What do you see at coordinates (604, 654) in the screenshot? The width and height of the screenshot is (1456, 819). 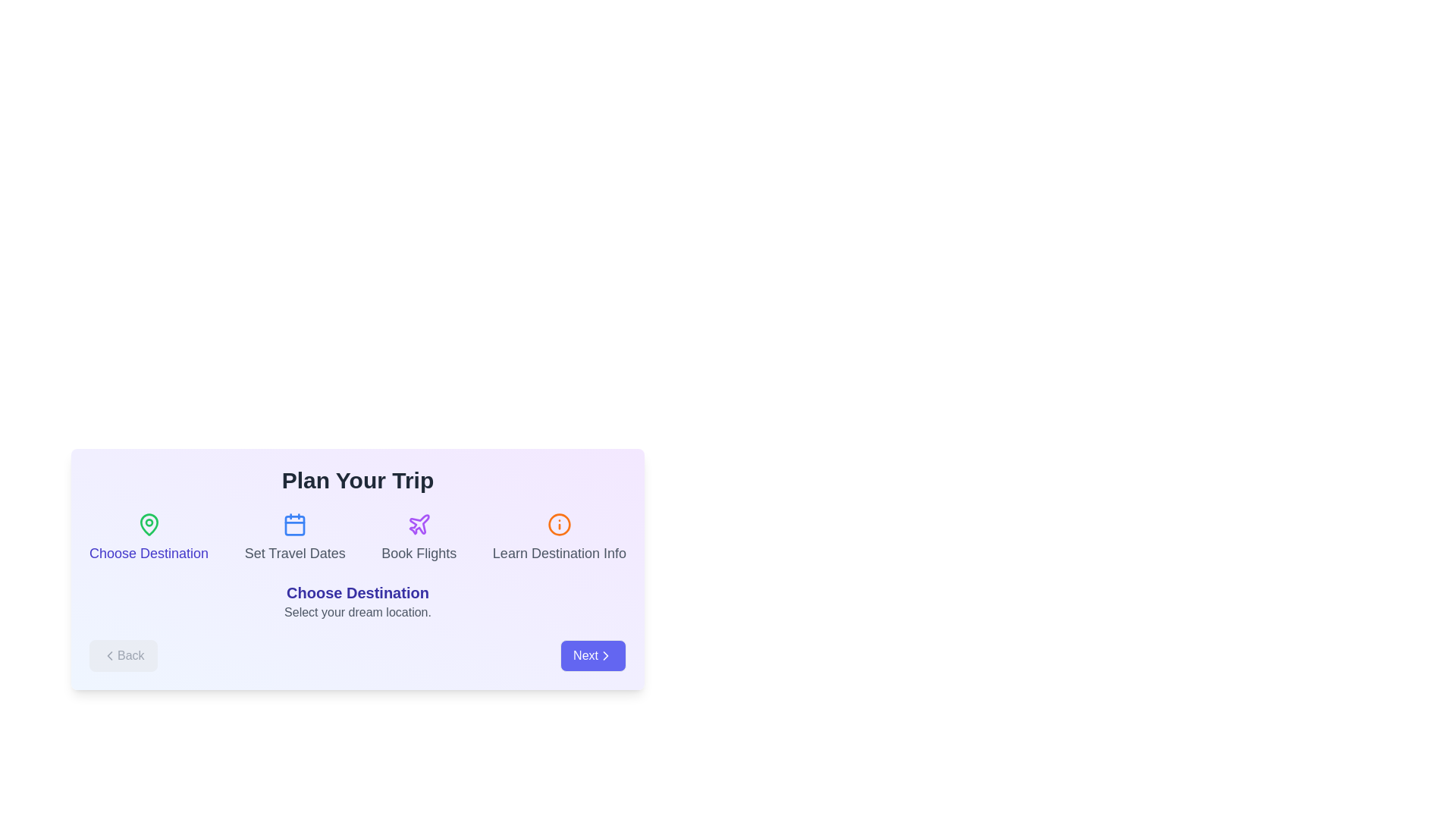 I see `the right-facing chevron icon inside the 'Next' button located at the bottom-right area of the 'Plan Your Trip' panel` at bounding box center [604, 654].